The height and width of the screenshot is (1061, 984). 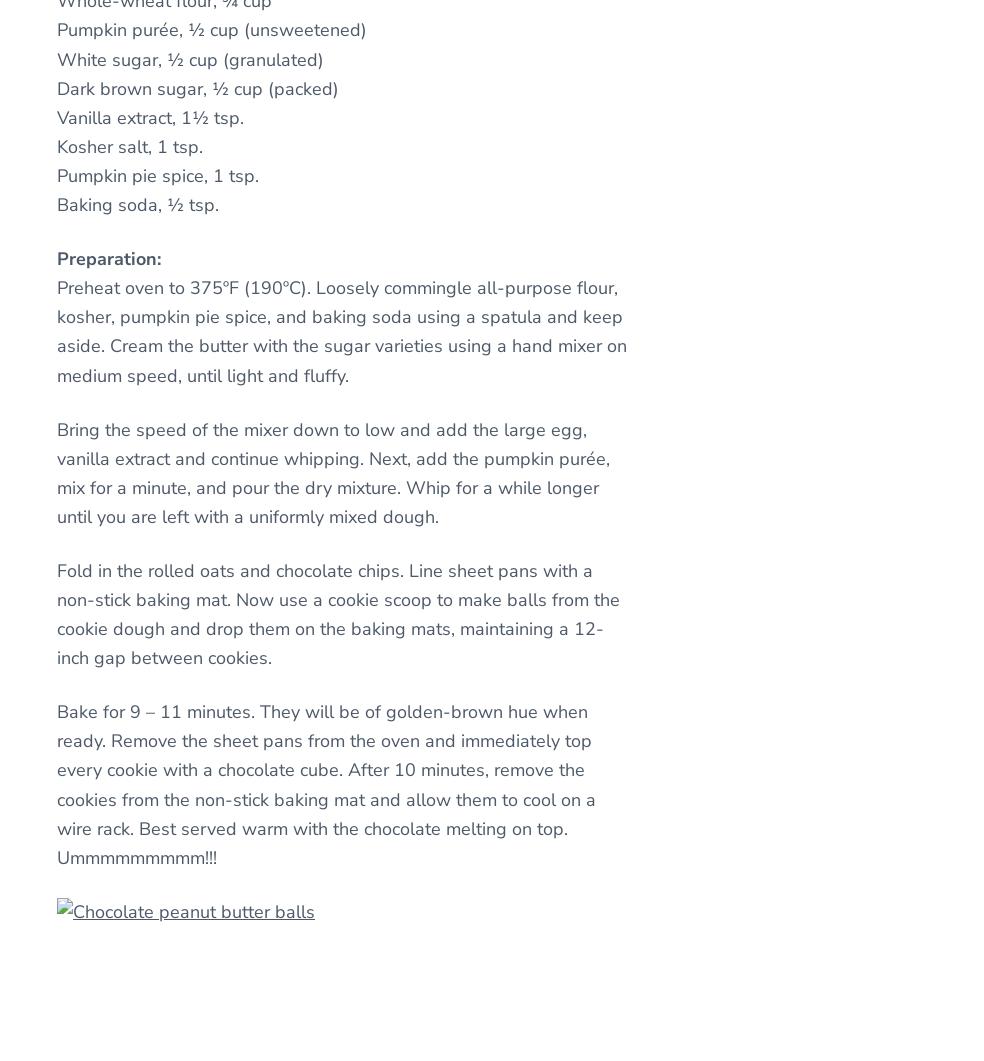 What do you see at coordinates (337, 613) in the screenshot?
I see `'Fold in the rolled oats and chocolate chips. Line sheet pans with a non-stick baking mat. Now use a cookie scoop to make balls from the cookie dough and drop them on the baking mats, maintaining a 12-inch gap between cookies.'` at bounding box center [337, 613].